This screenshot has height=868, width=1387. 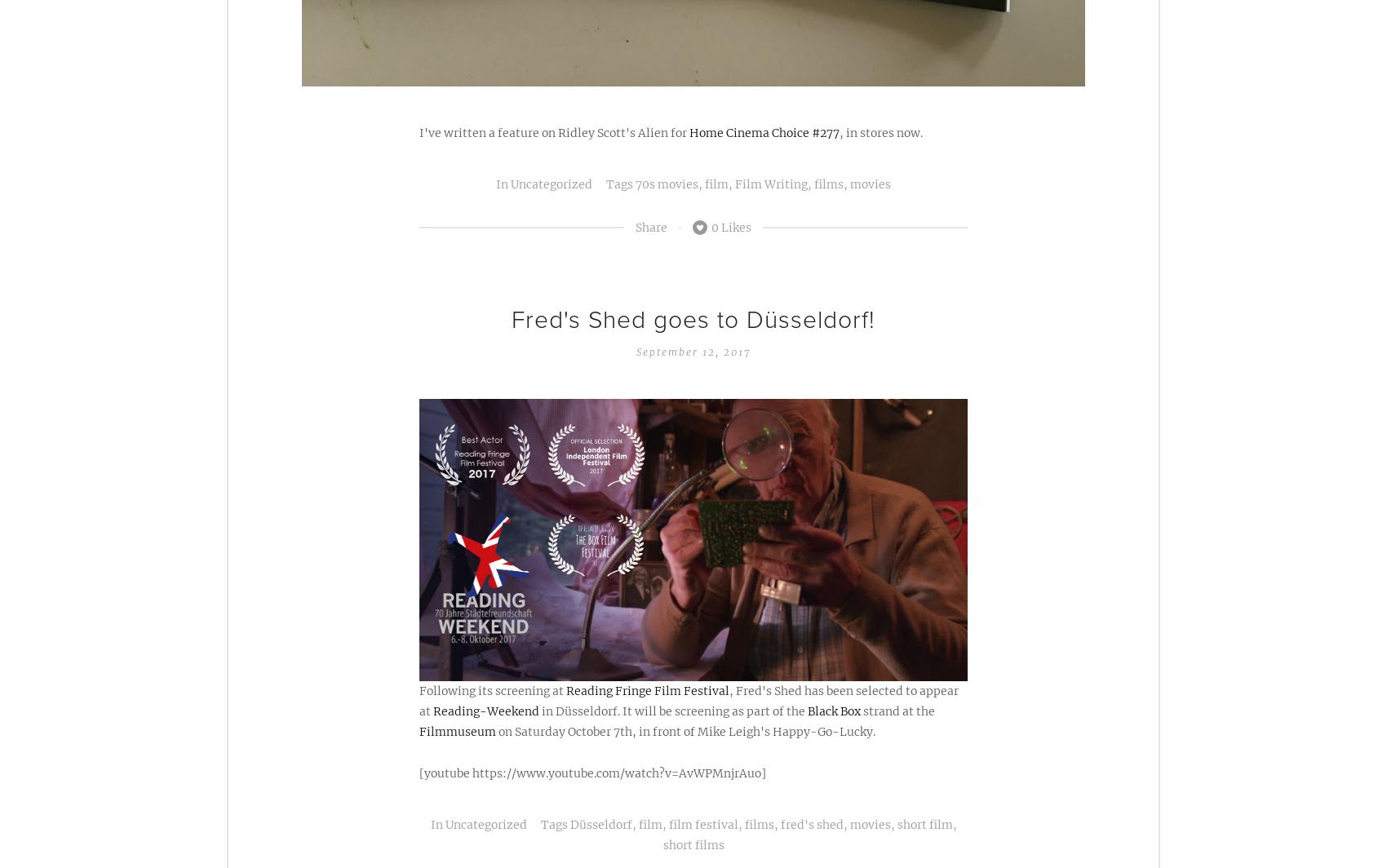 What do you see at coordinates (693, 319) in the screenshot?
I see `'Fred's Shed goes to Düsseldorf!'` at bounding box center [693, 319].